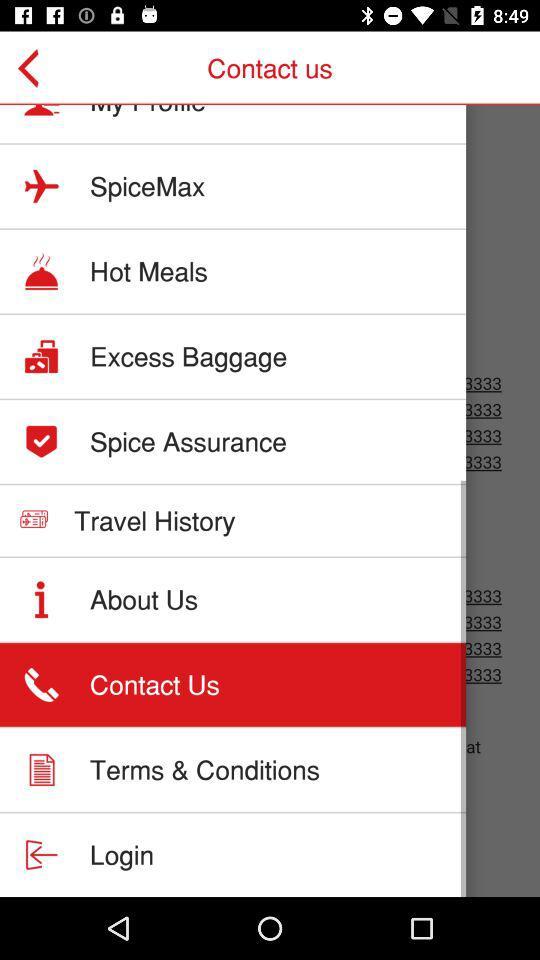  I want to click on the about us item, so click(143, 599).